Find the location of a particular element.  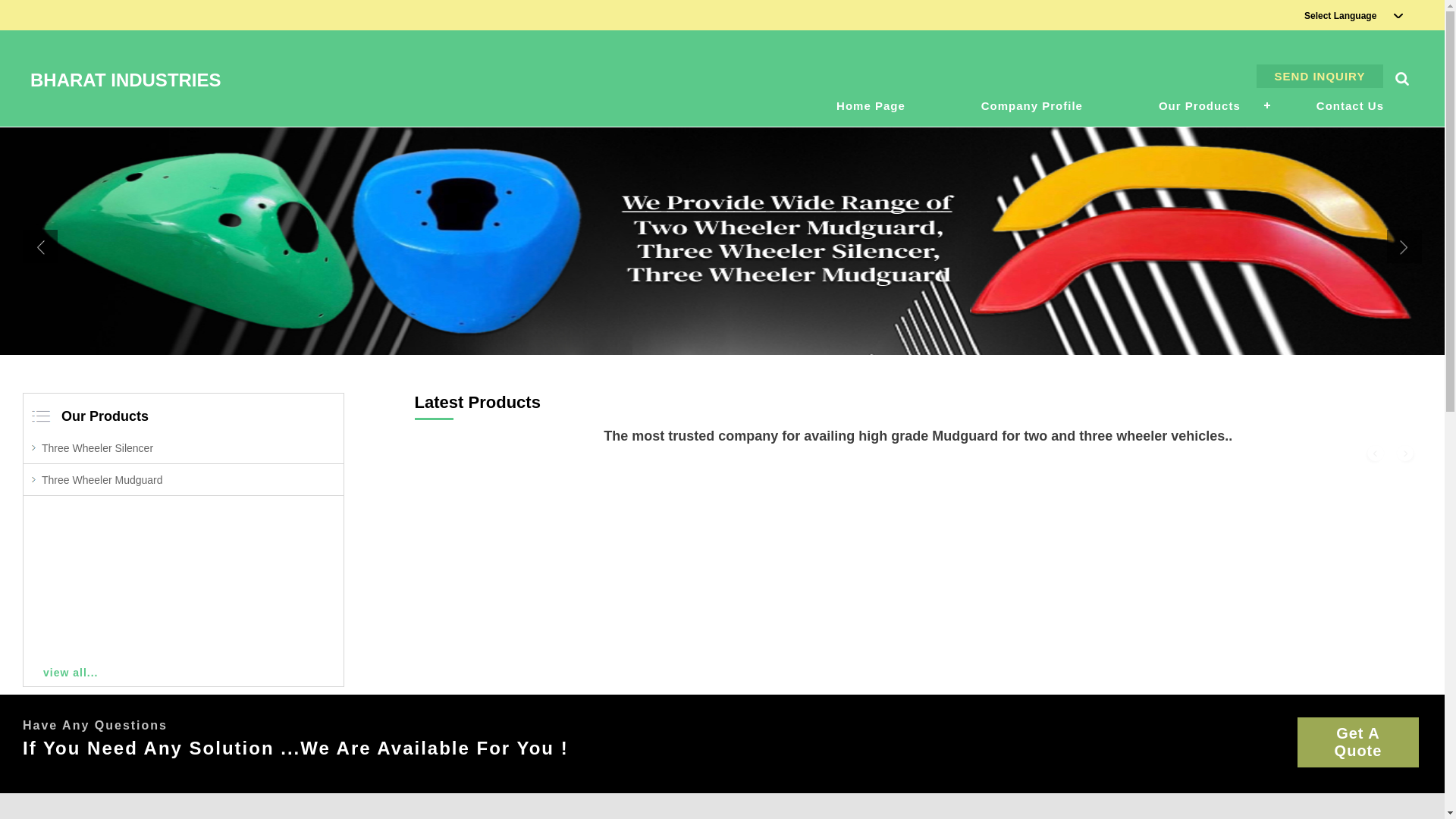

'BHARAT INDUSTRIES' is located at coordinates (126, 80).